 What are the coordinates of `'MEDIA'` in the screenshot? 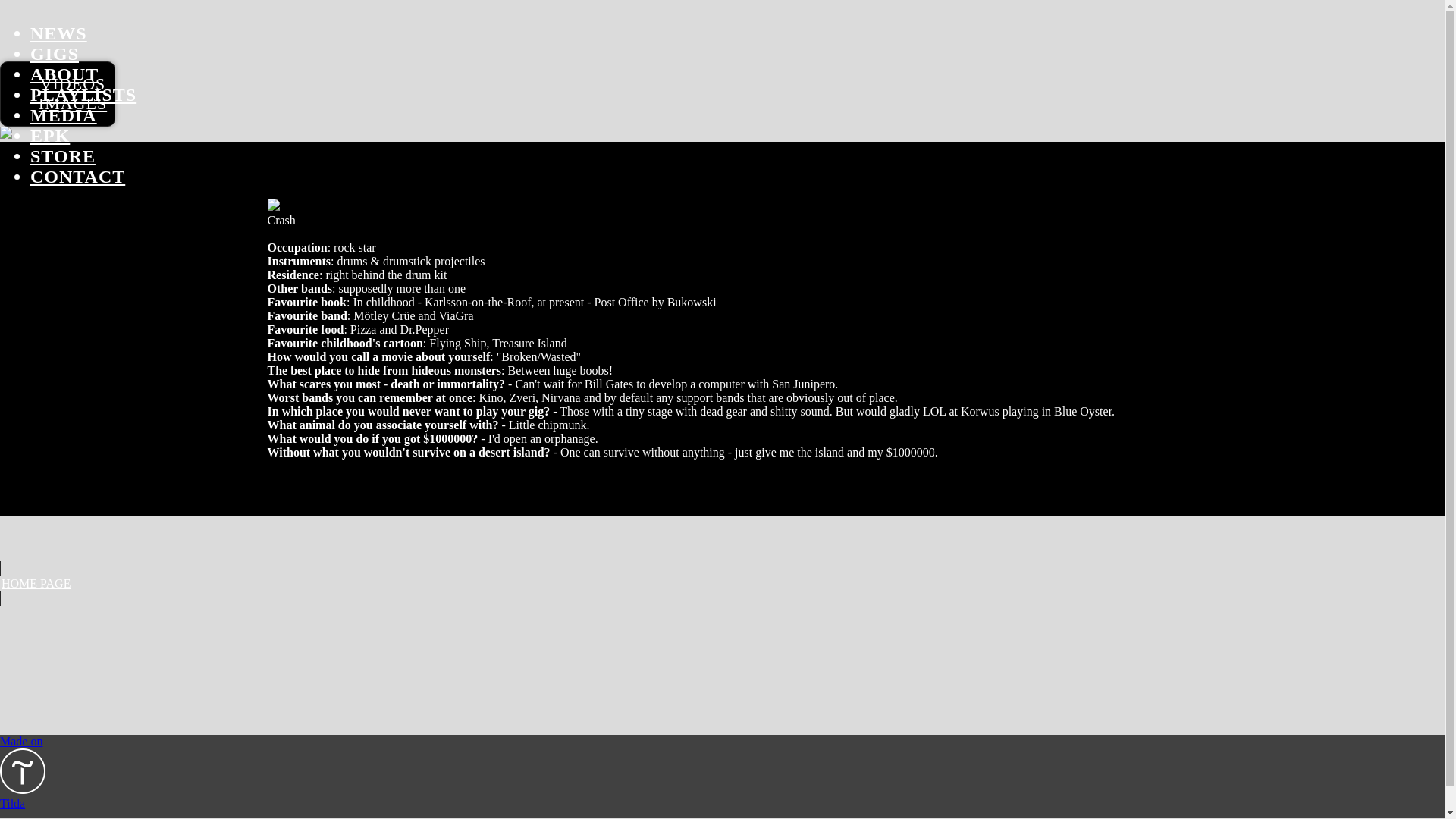 It's located at (30, 114).